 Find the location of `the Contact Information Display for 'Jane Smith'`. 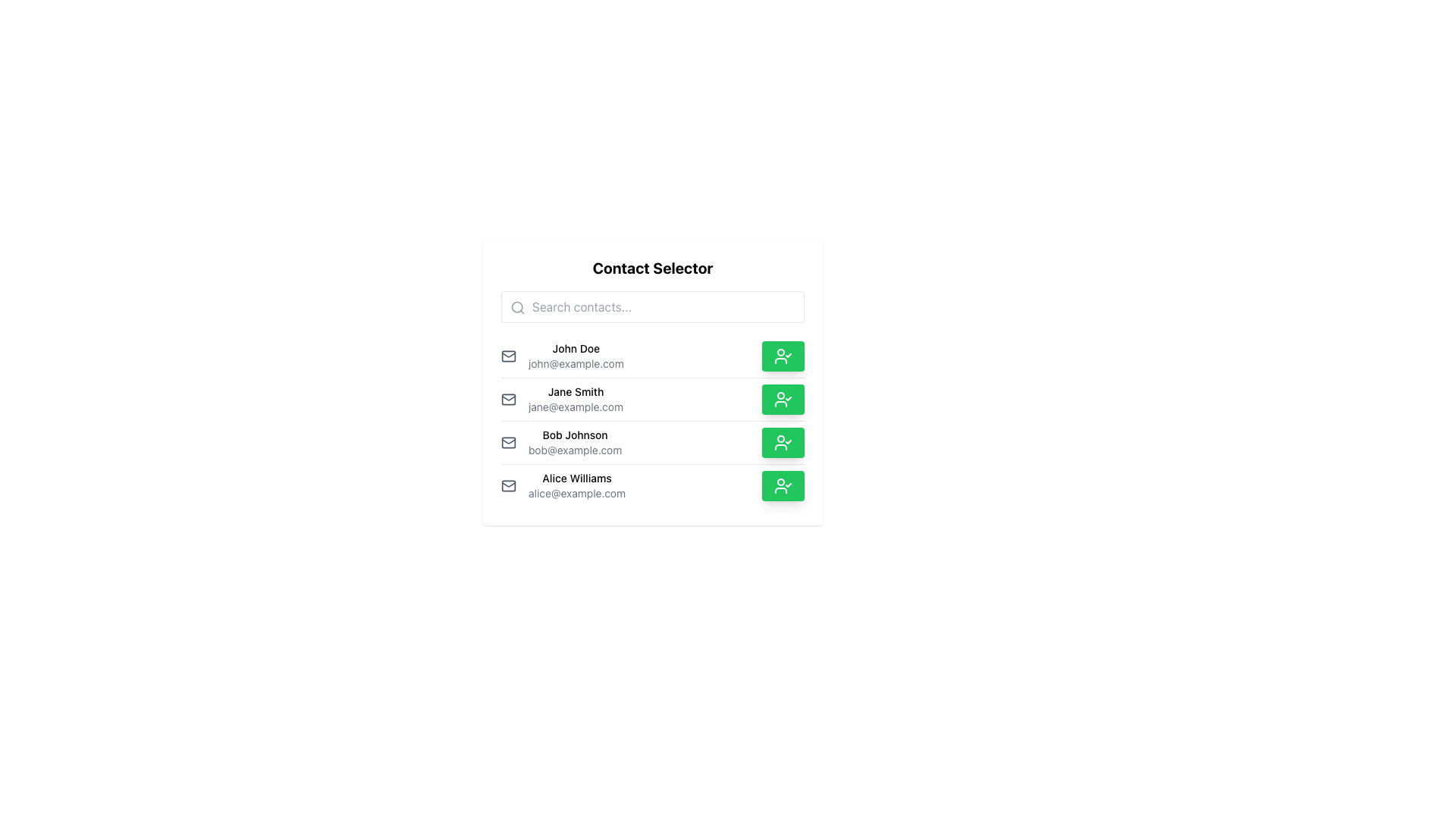

the Contact Information Display for 'Jane Smith' is located at coordinates (561, 399).